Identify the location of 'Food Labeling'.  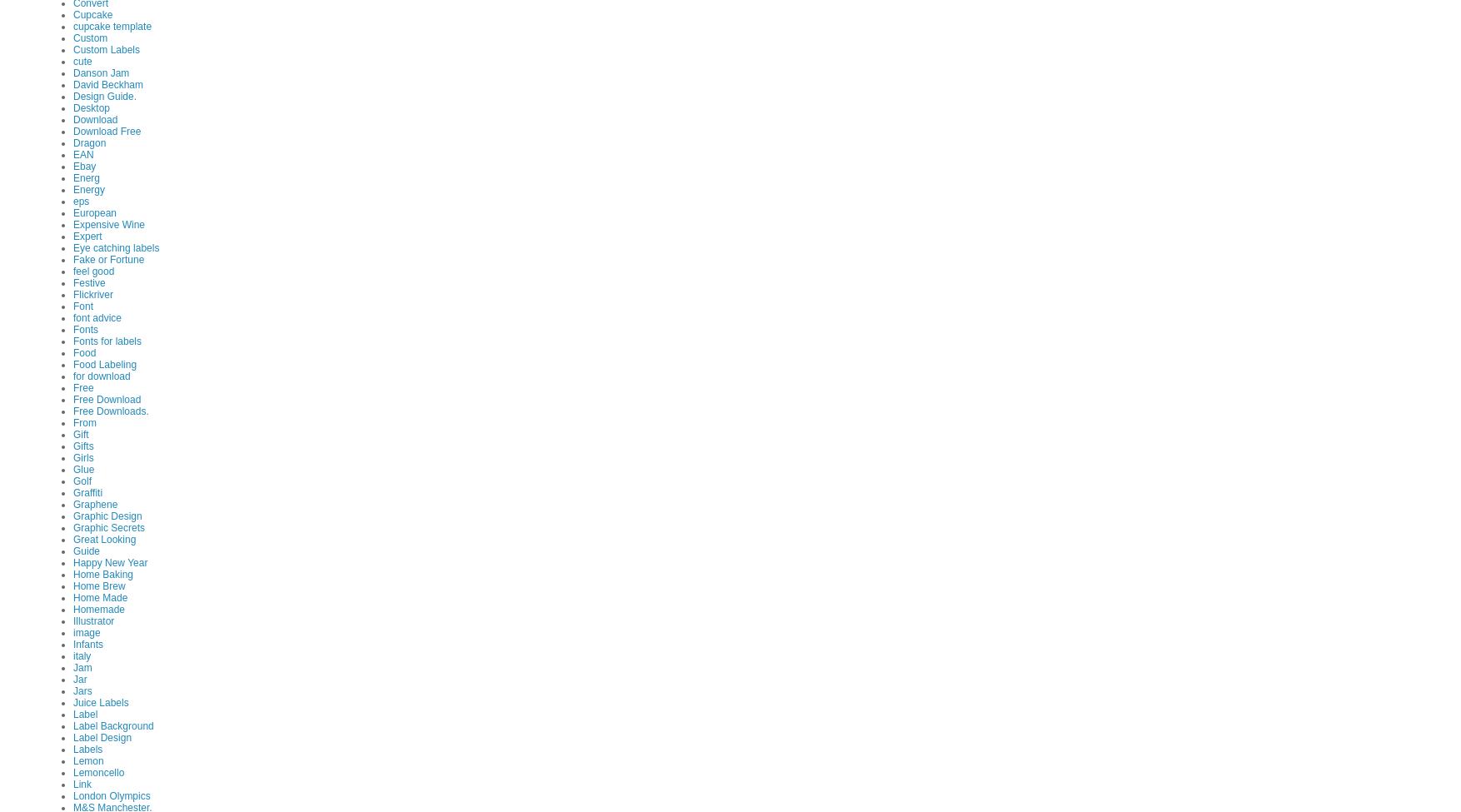
(103, 363).